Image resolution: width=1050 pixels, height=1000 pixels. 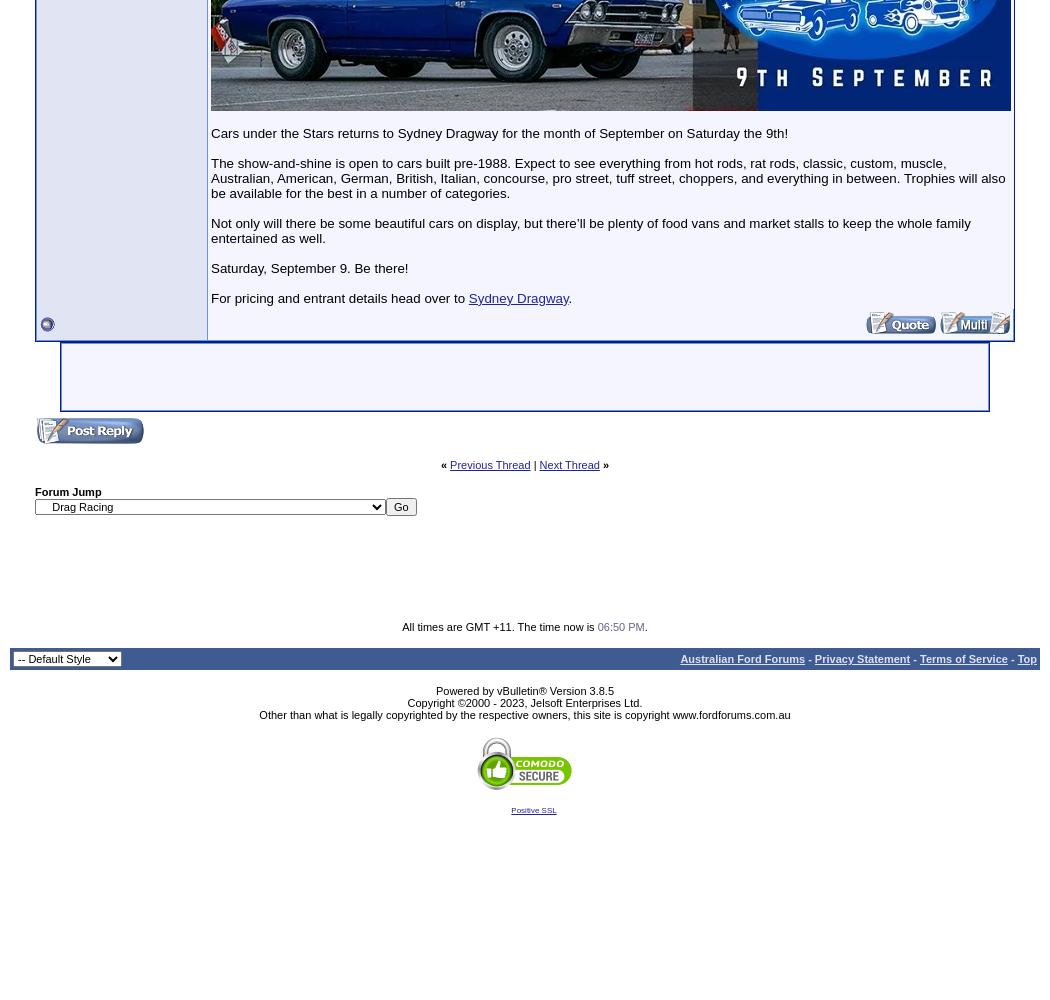 What do you see at coordinates (498, 626) in the screenshot?
I see `'All times are GMT +11. The time now is'` at bounding box center [498, 626].